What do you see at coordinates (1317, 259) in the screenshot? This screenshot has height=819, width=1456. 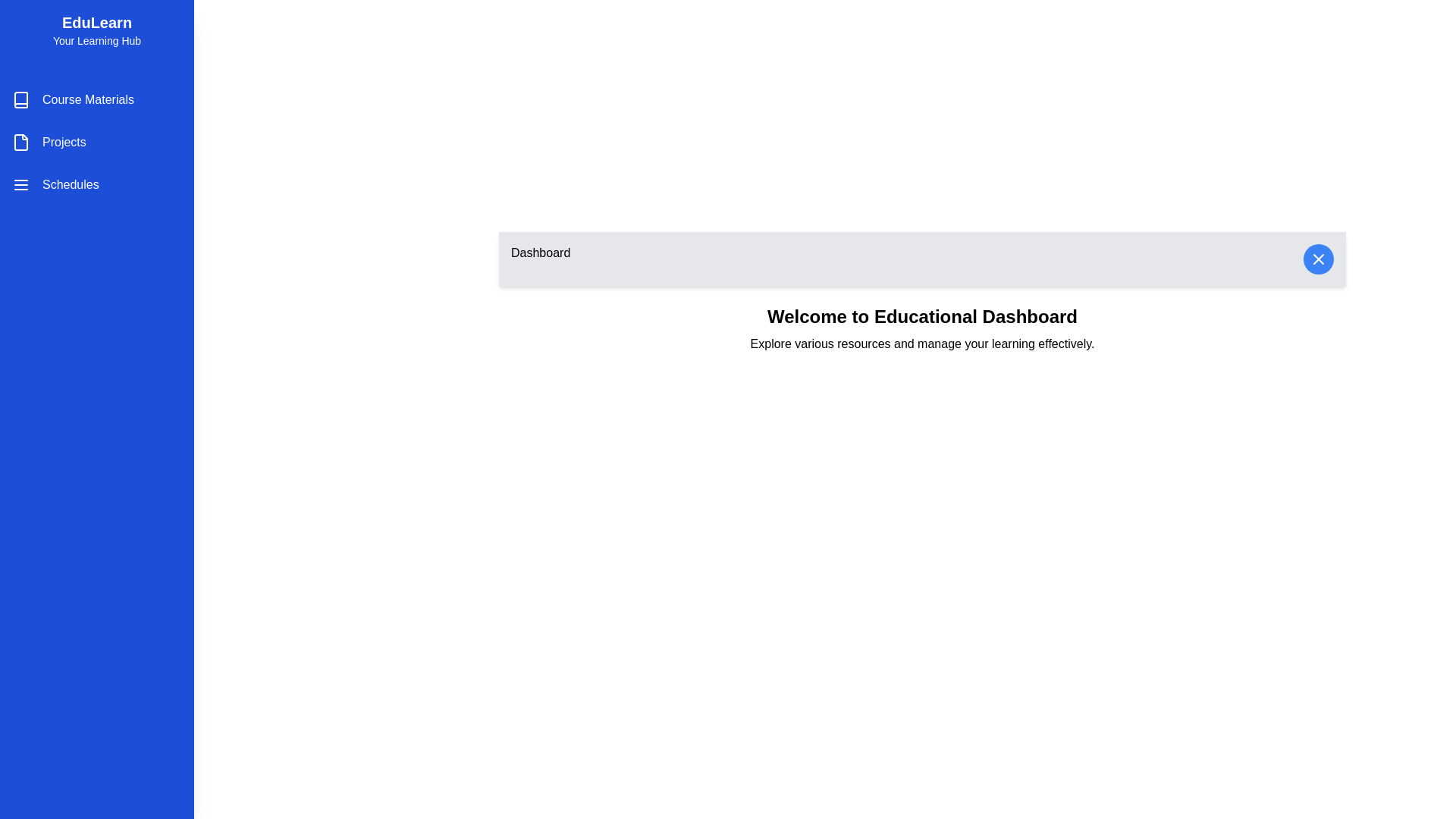 I see `the close button located in the top-right corner of the light grey horizontal bar labeled 'Dashboard'` at bounding box center [1317, 259].